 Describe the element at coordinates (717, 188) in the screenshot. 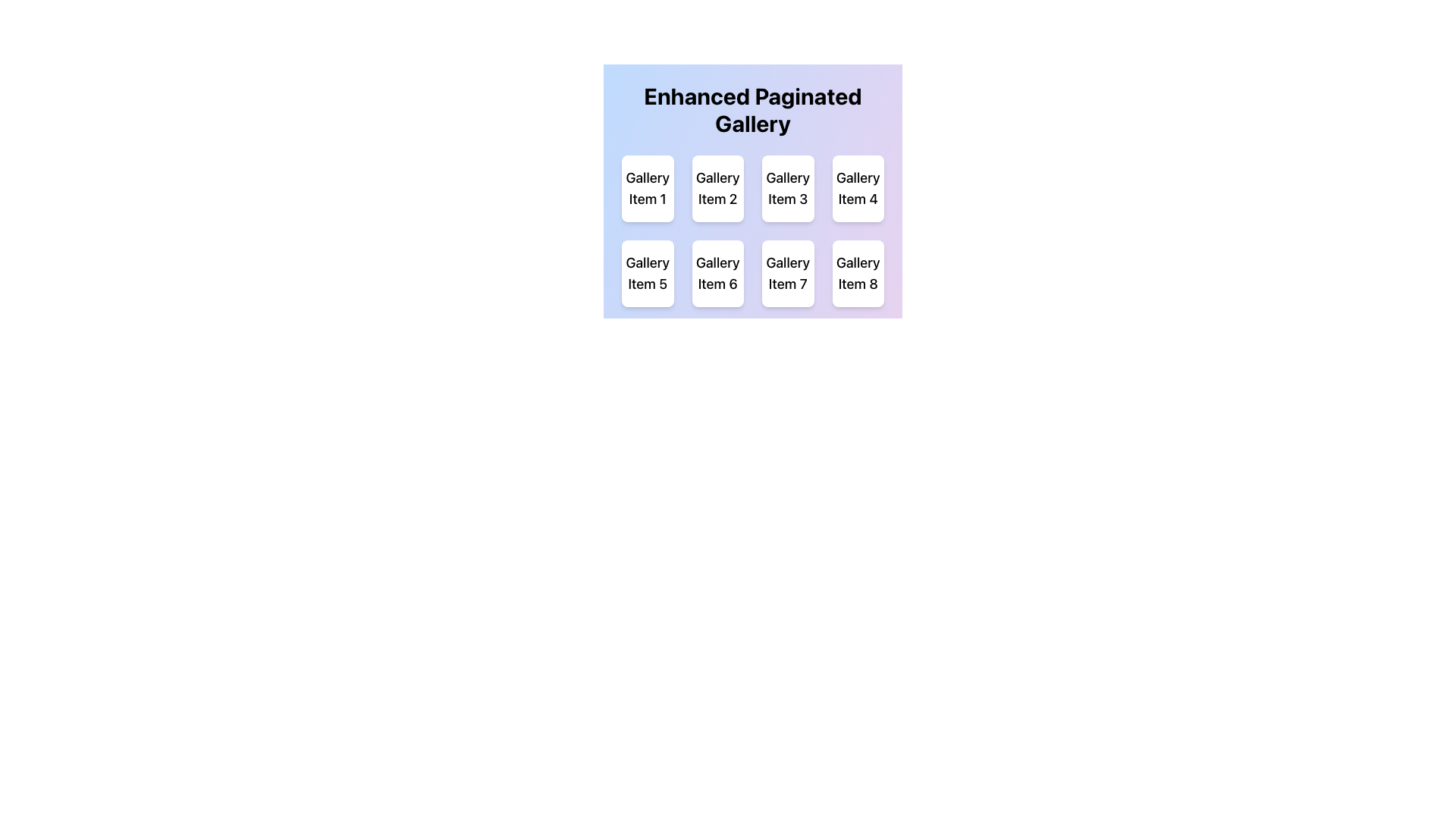

I see `the rectangular card with the text 'Gallery Item 2', which is the second item in the first row of a 4-column grid layout` at that location.